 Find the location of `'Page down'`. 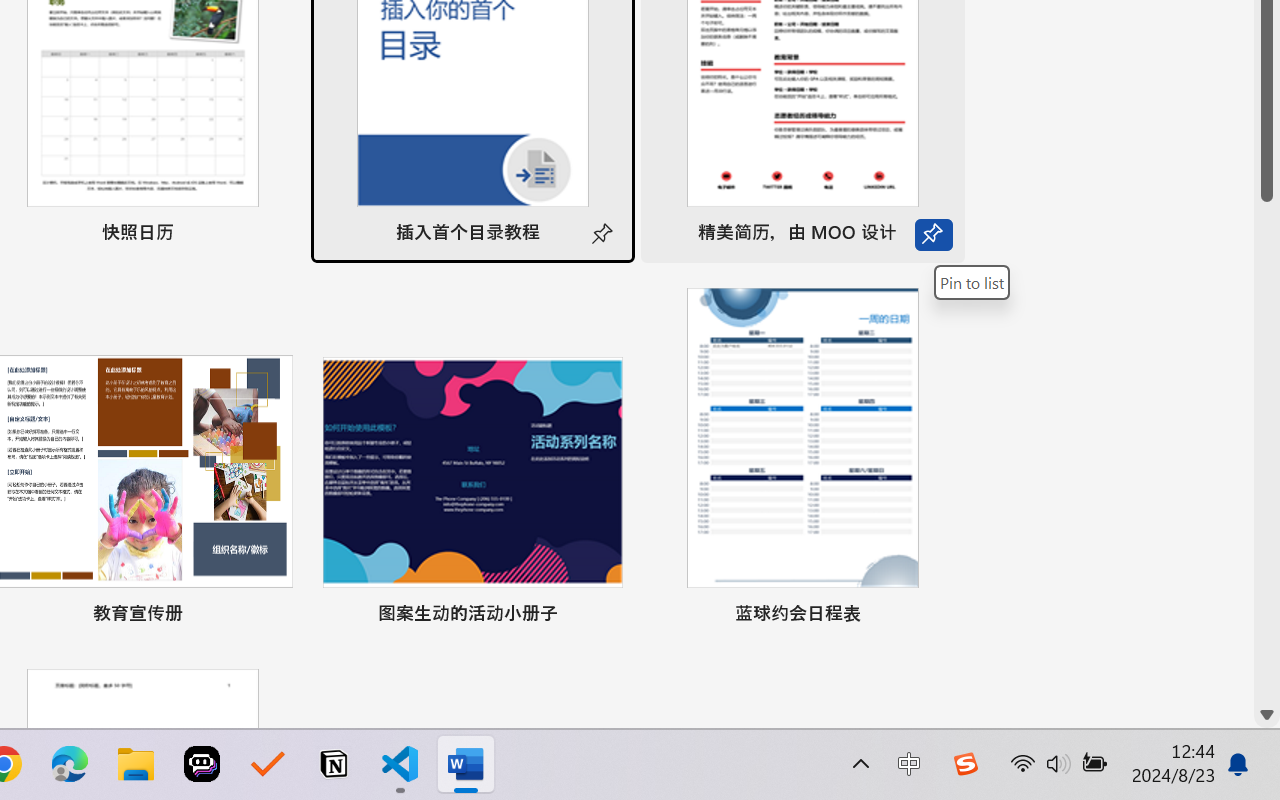

'Page down' is located at coordinates (1266, 450).